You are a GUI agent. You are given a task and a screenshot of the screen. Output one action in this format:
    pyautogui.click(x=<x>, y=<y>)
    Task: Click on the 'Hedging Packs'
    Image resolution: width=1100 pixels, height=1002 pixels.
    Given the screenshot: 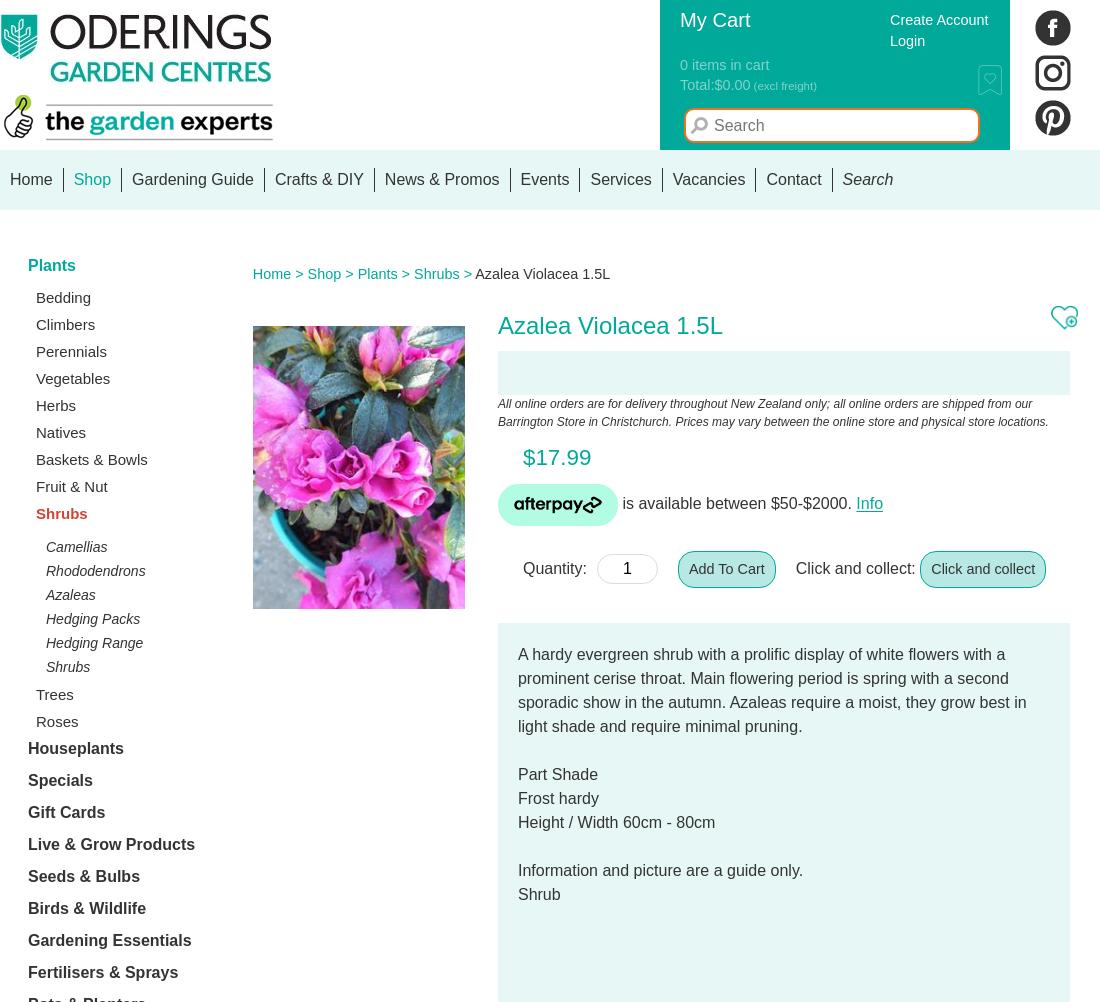 What is the action you would take?
    pyautogui.click(x=92, y=618)
    